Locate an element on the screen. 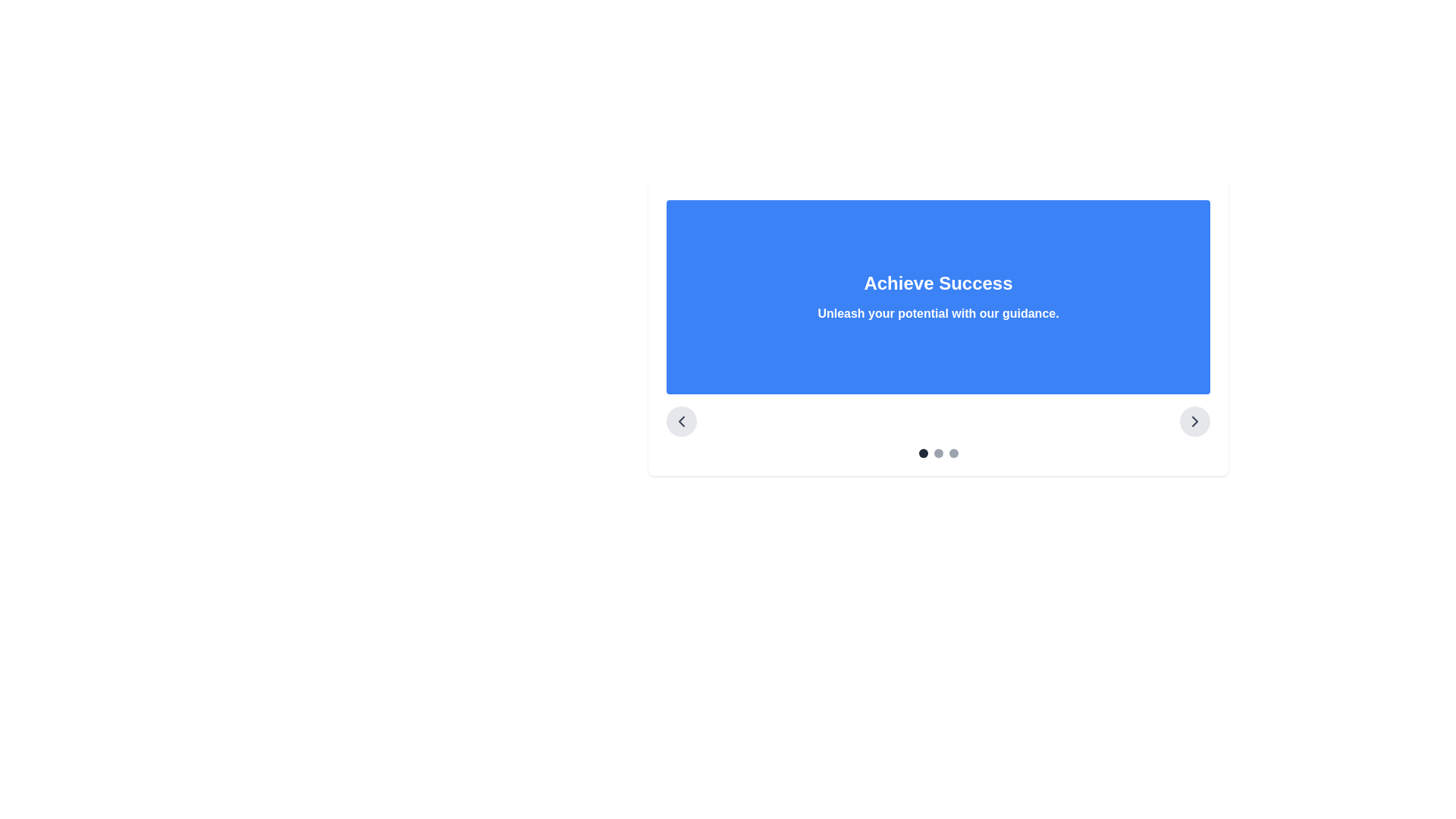 The image size is (1456, 819). the Text label that serves as a visual heading or title, positioned above the text 'Unleash your potential with our guidance.' is located at coordinates (937, 284).